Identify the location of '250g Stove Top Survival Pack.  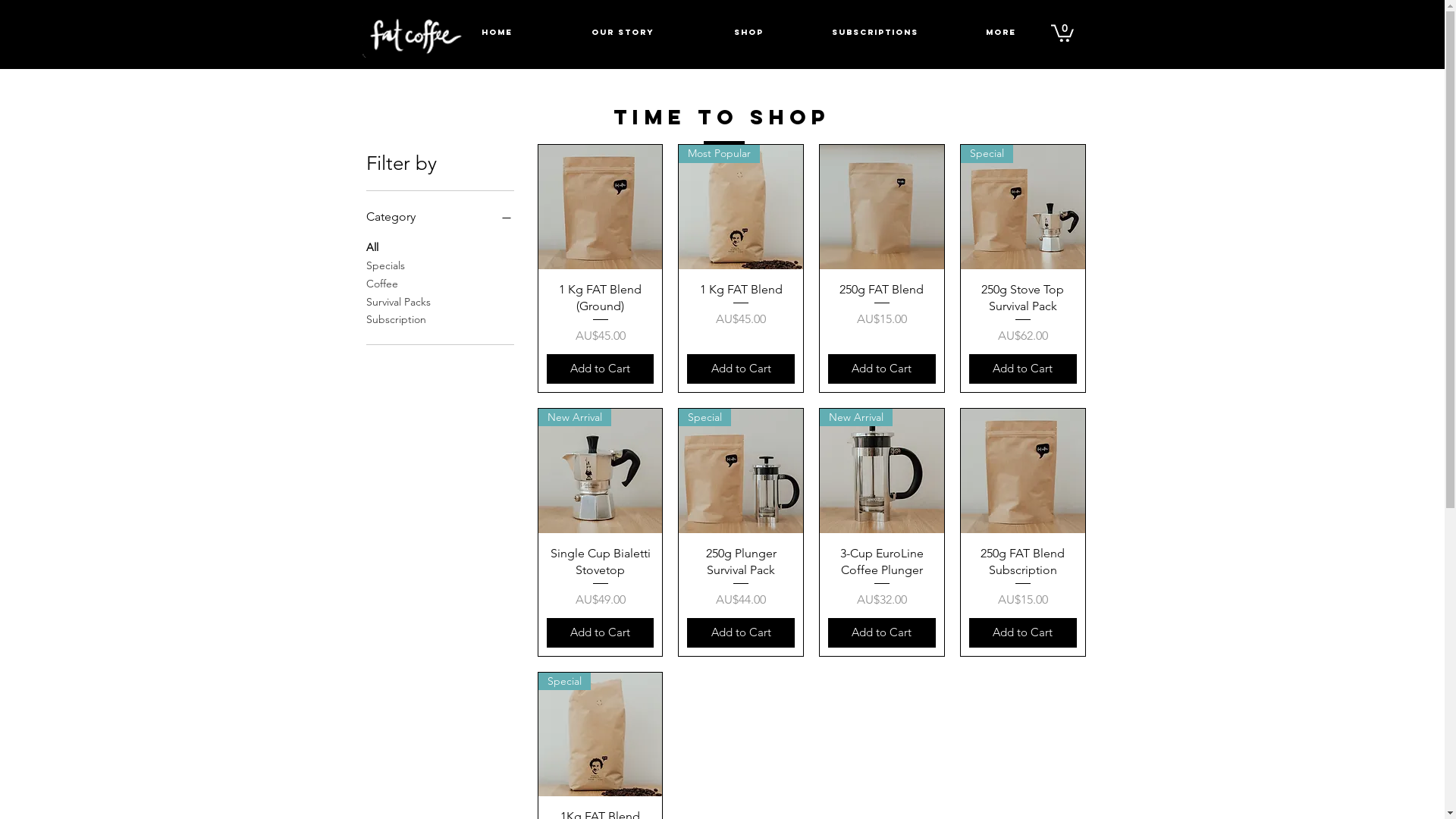
(1022, 312).